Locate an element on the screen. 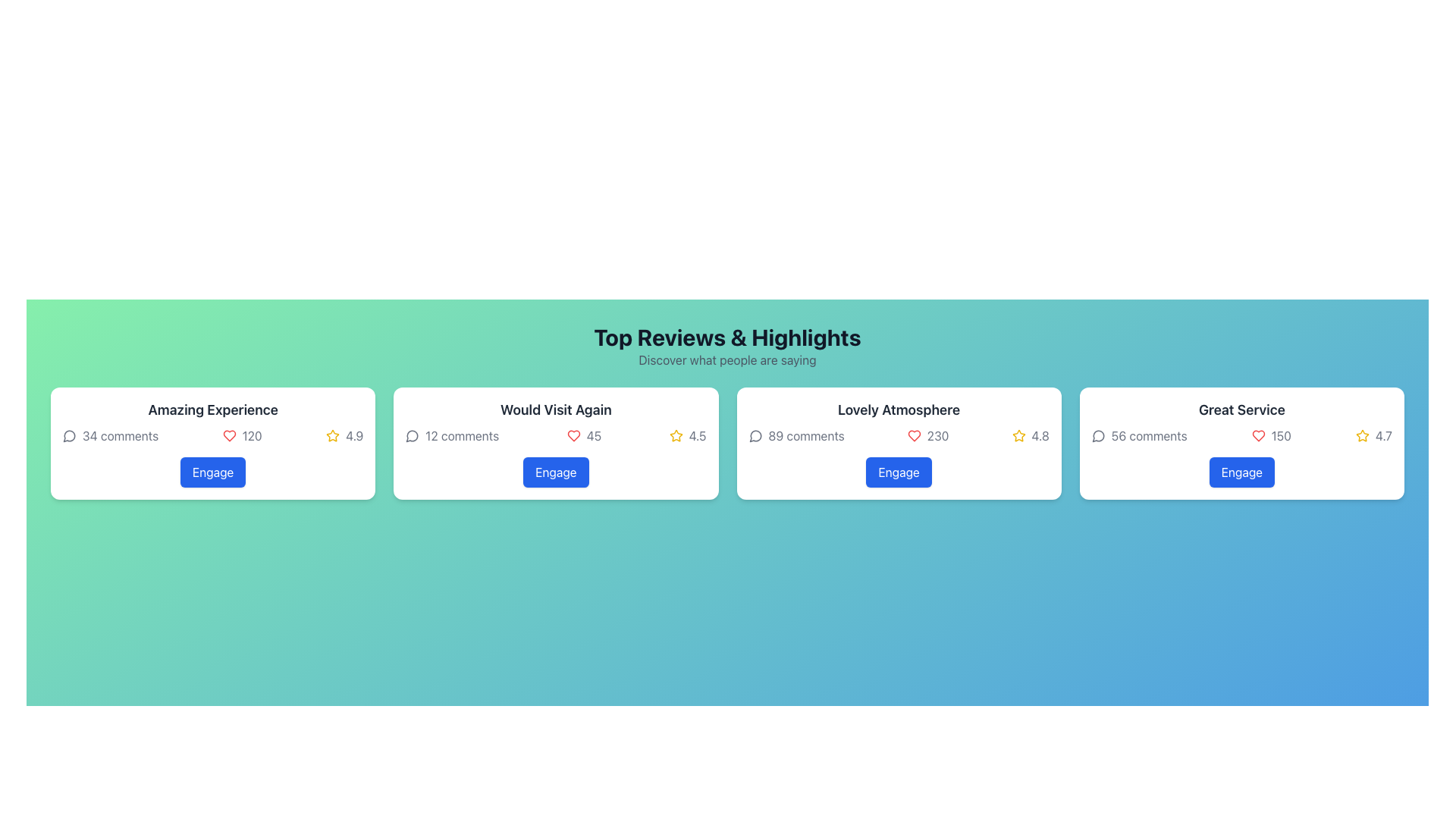 The height and width of the screenshot is (819, 1456). the blue rounded rectangular button labeled 'Engage' located at the bottom of the card titled 'Would Visit Again' is located at coordinates (555, 472).